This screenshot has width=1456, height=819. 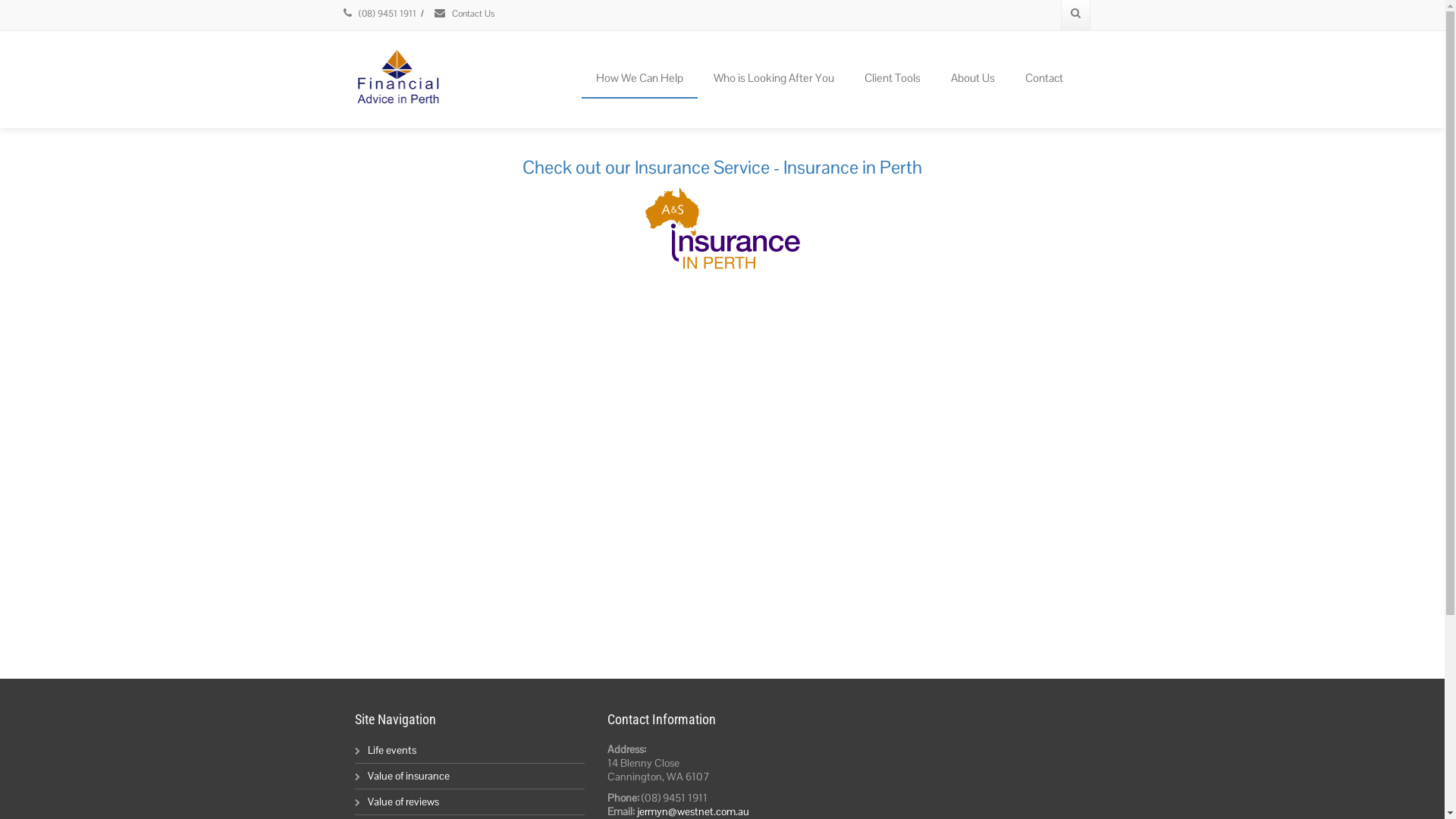 I want to click on 'About Us', so click(x=934, y=79).